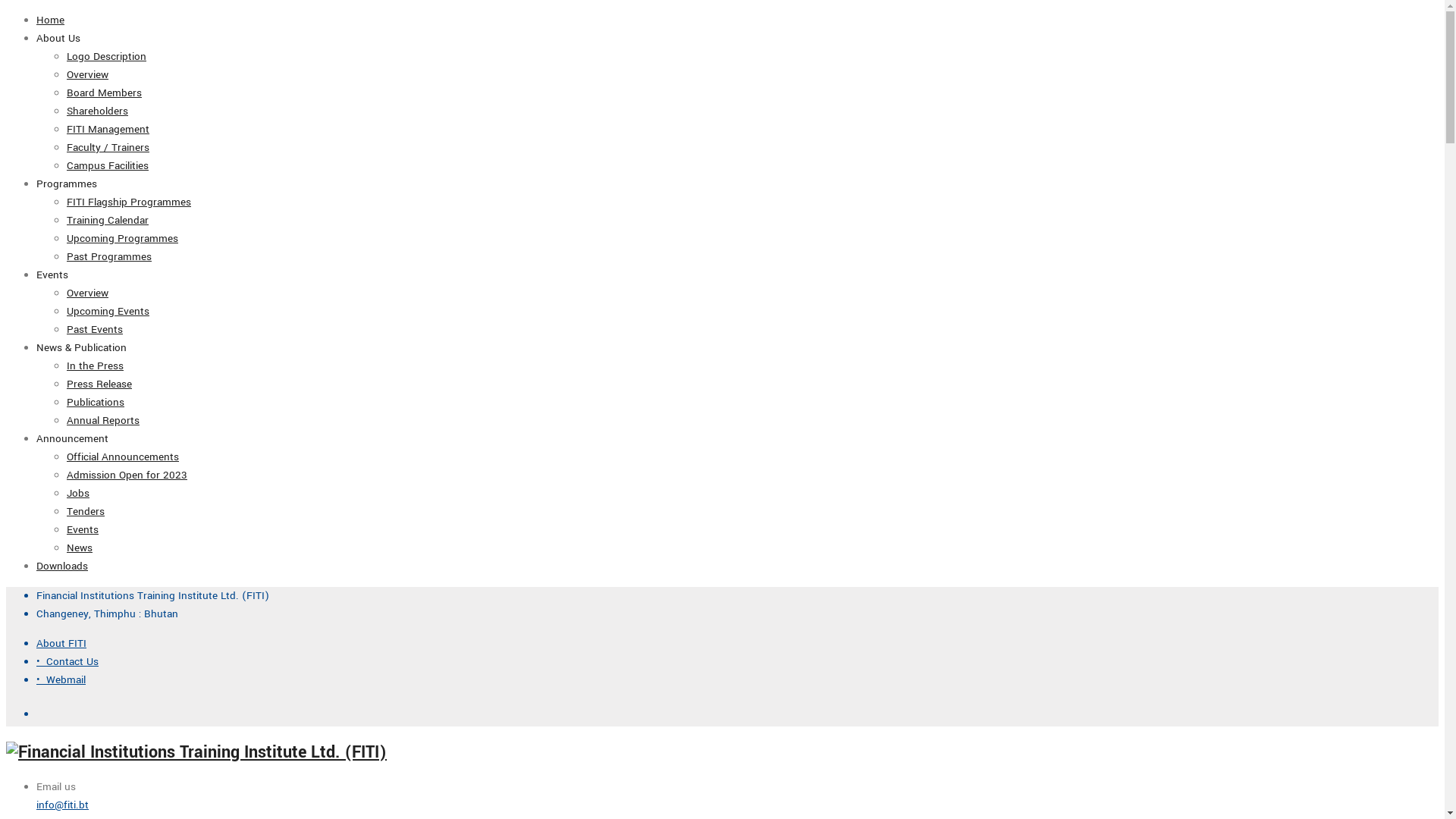 The height and width of the screenshot is (819, 1456). Describe the element at coordinates (127, 474) in the screenshot. I see `'Admission Open for 2023'` at that location.